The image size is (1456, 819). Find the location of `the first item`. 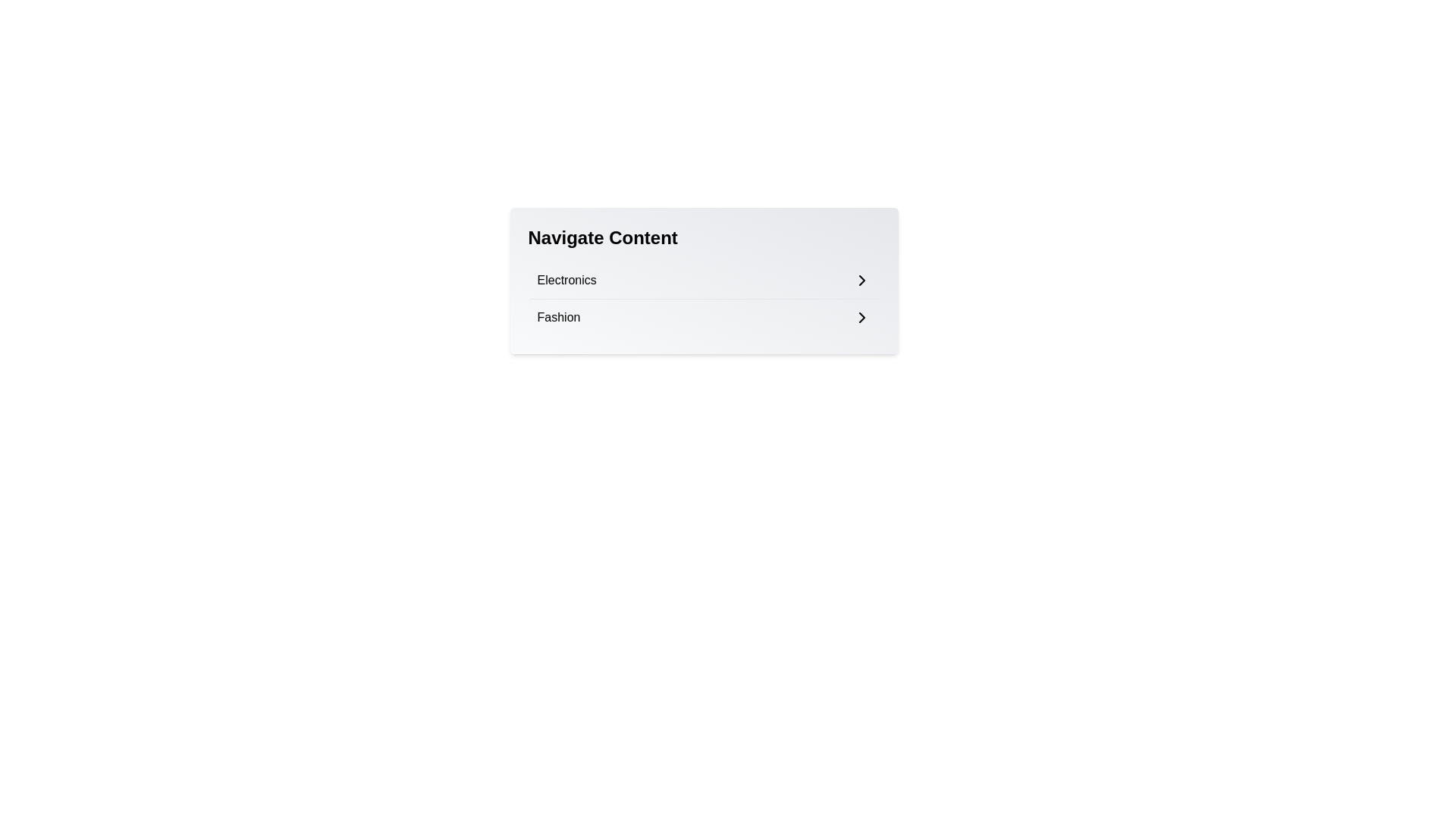

the first item is located at coordinates (703, 281).